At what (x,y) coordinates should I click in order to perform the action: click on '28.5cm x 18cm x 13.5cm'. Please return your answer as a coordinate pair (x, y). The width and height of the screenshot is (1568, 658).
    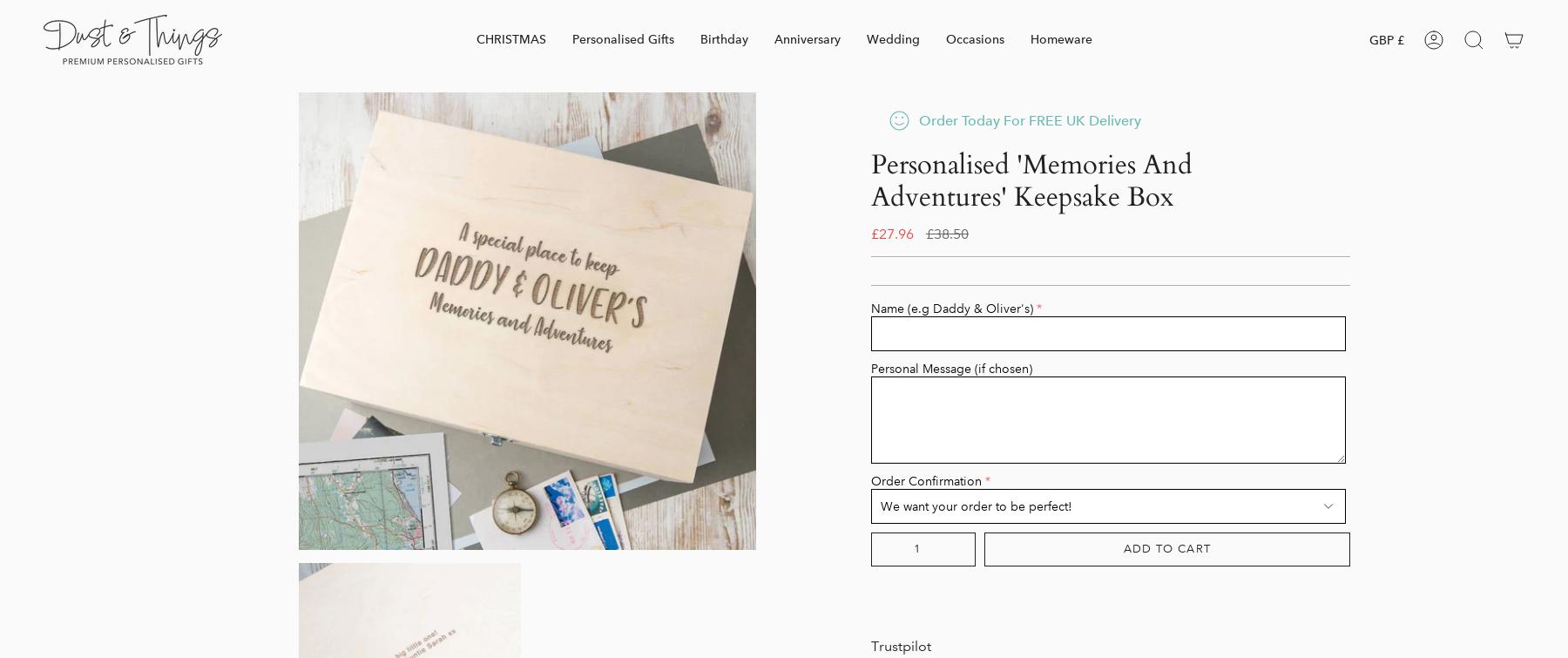
    Looking at the image, I should click on (870, 145).